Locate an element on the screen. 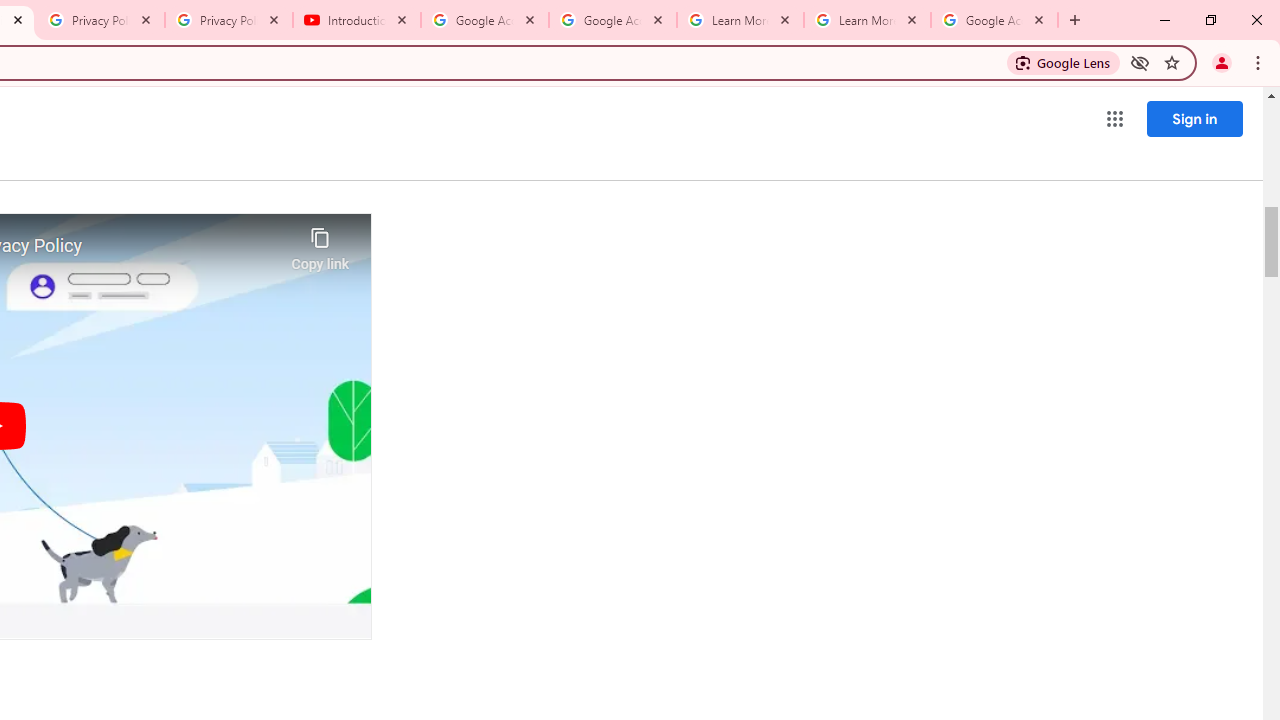 The height and width of the screenshot is (720, 1280). 'Copy link' is located at coordinates (320, 243).